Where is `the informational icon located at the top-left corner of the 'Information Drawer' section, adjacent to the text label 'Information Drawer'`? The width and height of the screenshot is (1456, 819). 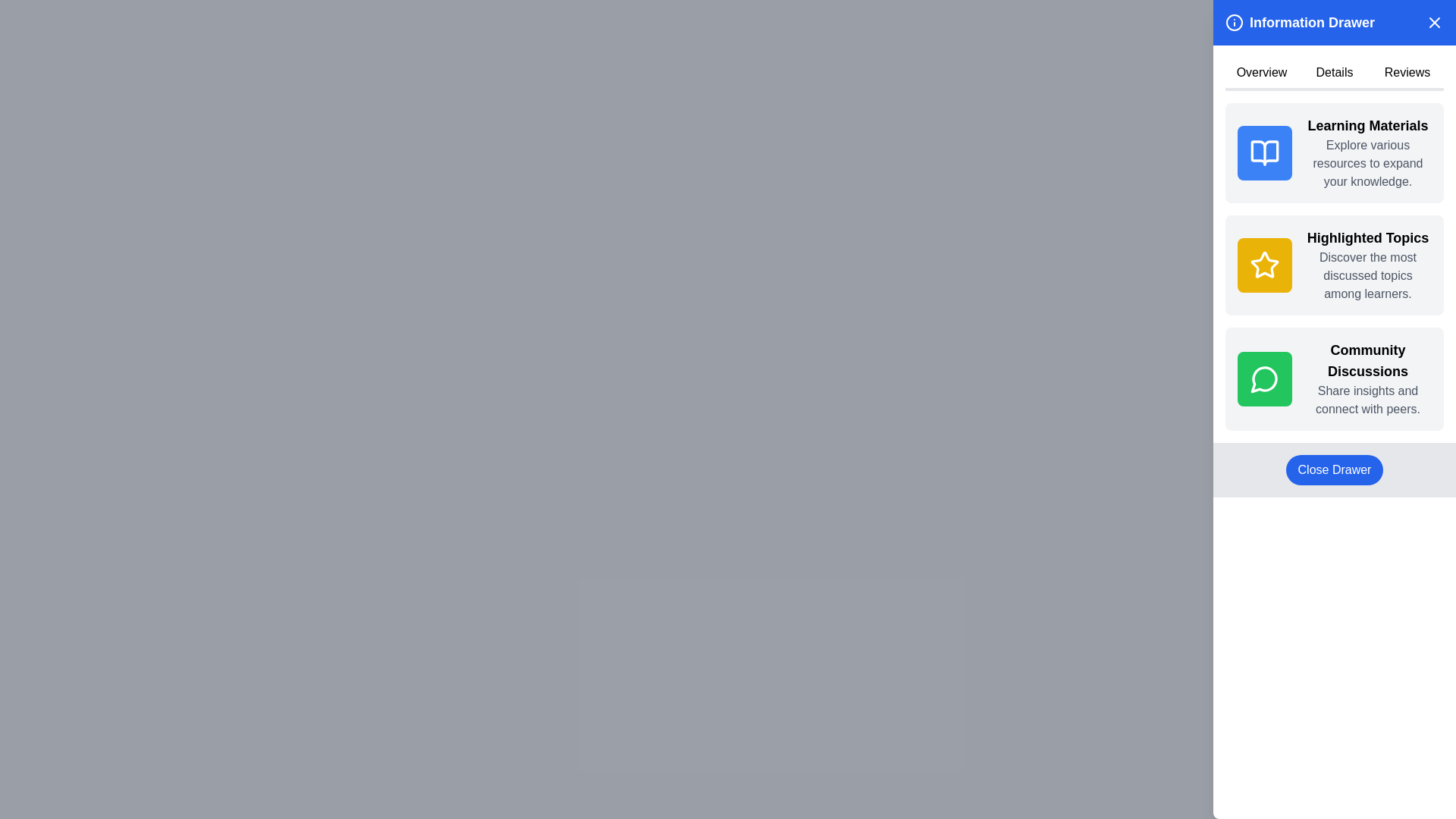
the informational icon located at the top-left corner of the 'Information Drawer' section, adjacent to the text label 'Information Drawer' is located at coordinates (1234, 23).